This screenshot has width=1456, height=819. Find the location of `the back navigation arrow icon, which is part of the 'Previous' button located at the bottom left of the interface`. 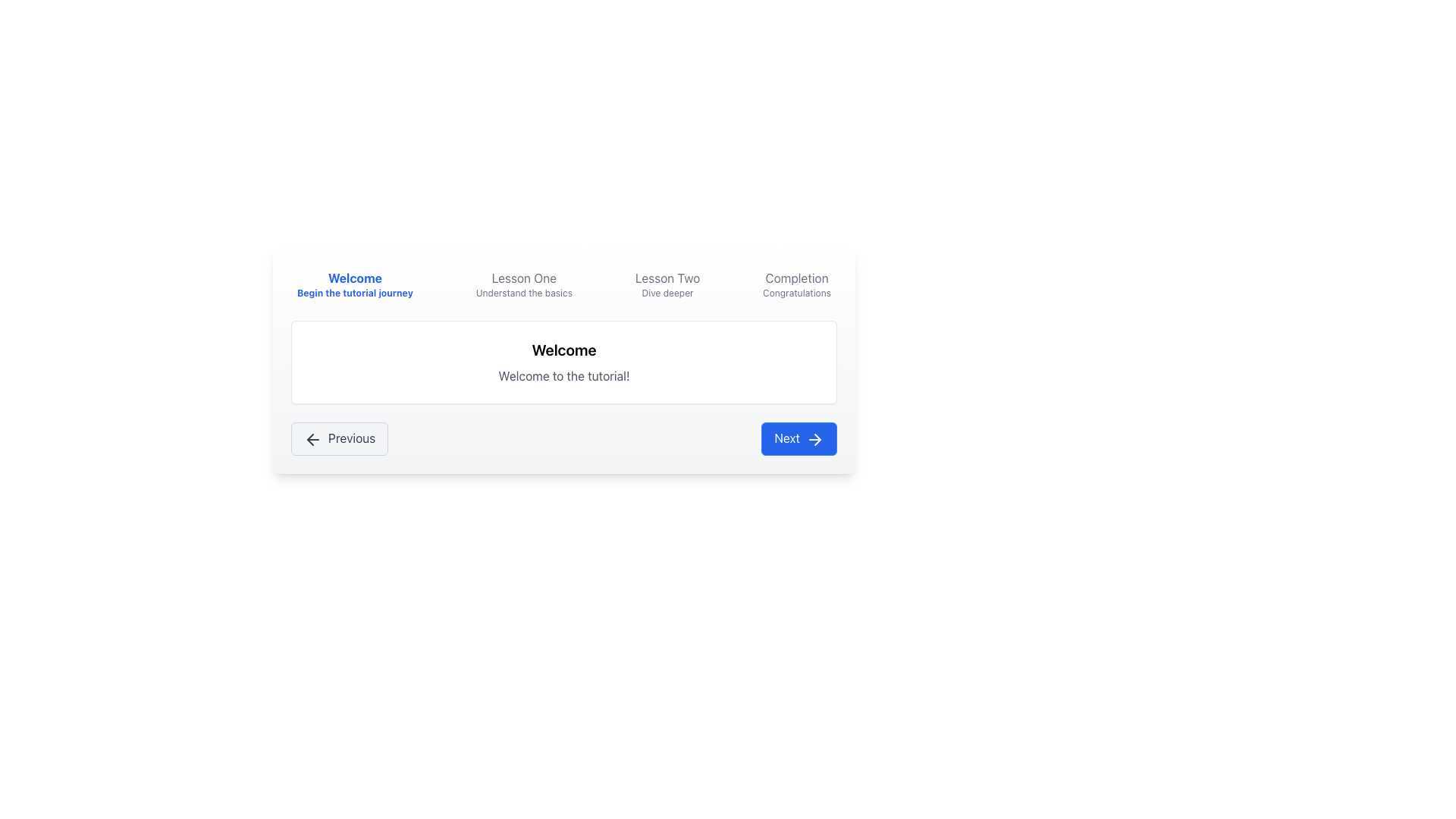

the back navigation arrow icon, which is part of the 'Previous' button located at the bottom left of the interface is located at coordinates (309, 439).